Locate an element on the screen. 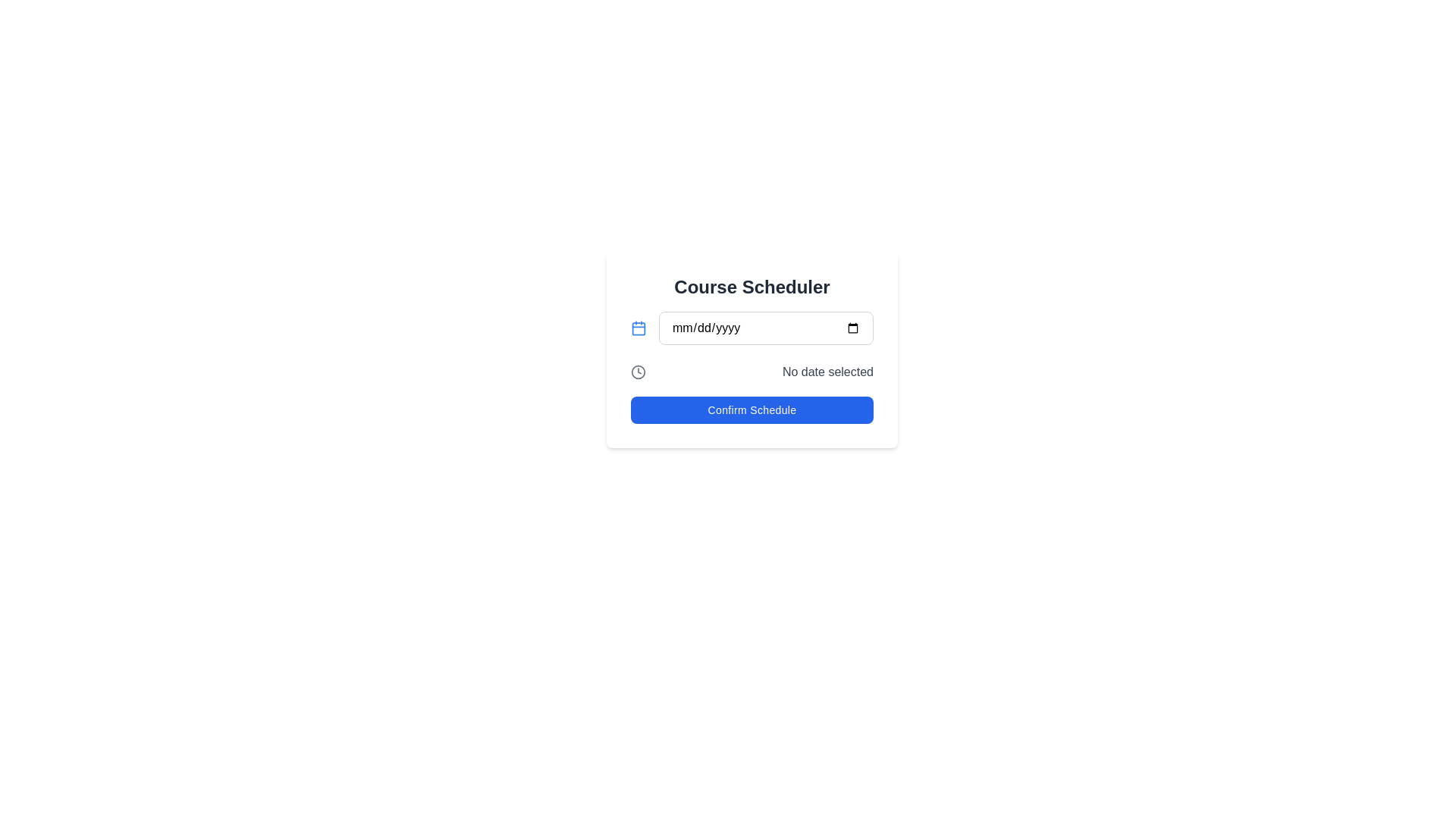  the graphical icon component that visually represents a calendar within the calendar icon, located to the left of the 'mm/dd/yyyy' text box is located at coordinates (639, 328).